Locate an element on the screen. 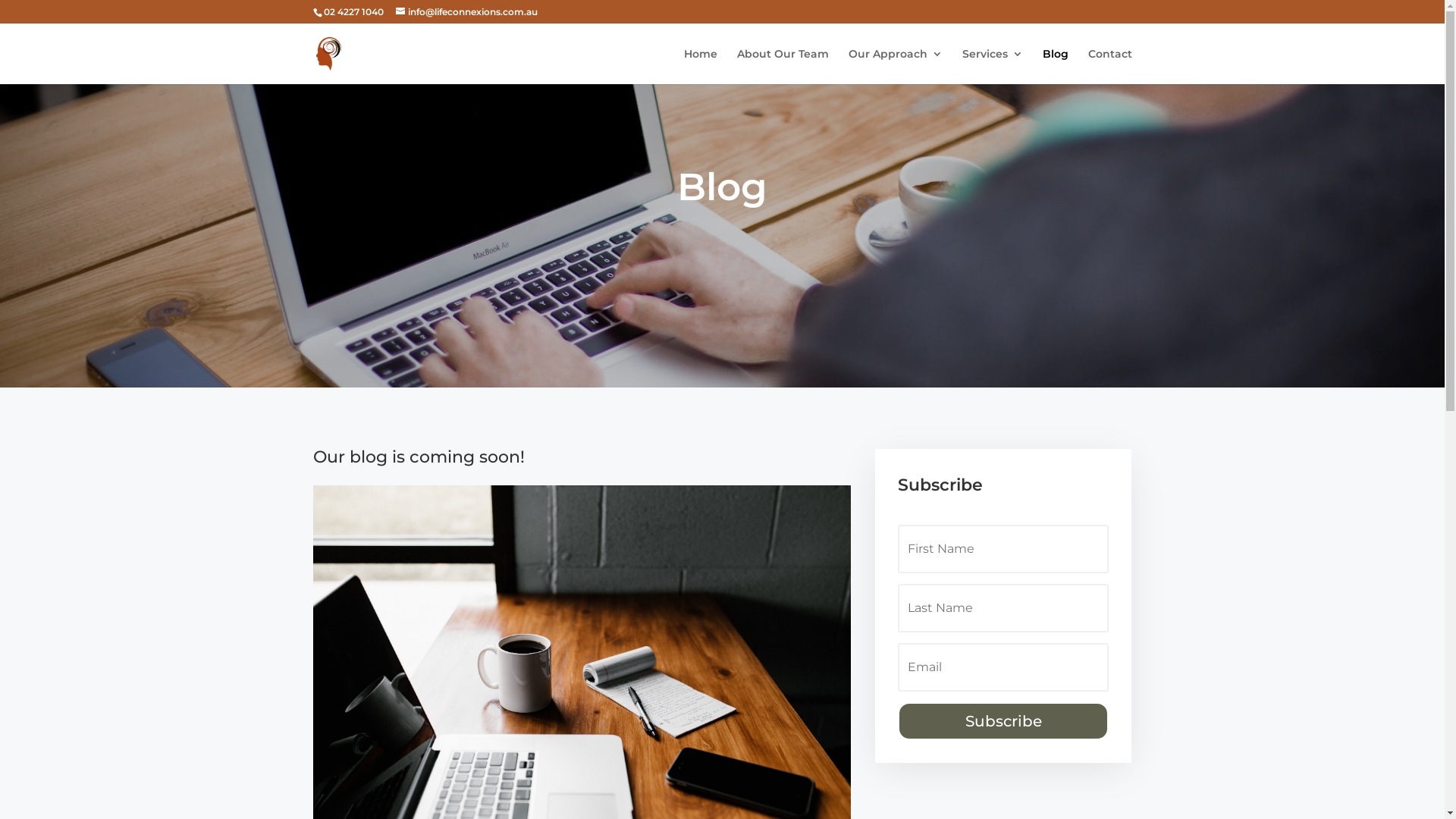  'Our Approach' is located at coordinates (895, 65).